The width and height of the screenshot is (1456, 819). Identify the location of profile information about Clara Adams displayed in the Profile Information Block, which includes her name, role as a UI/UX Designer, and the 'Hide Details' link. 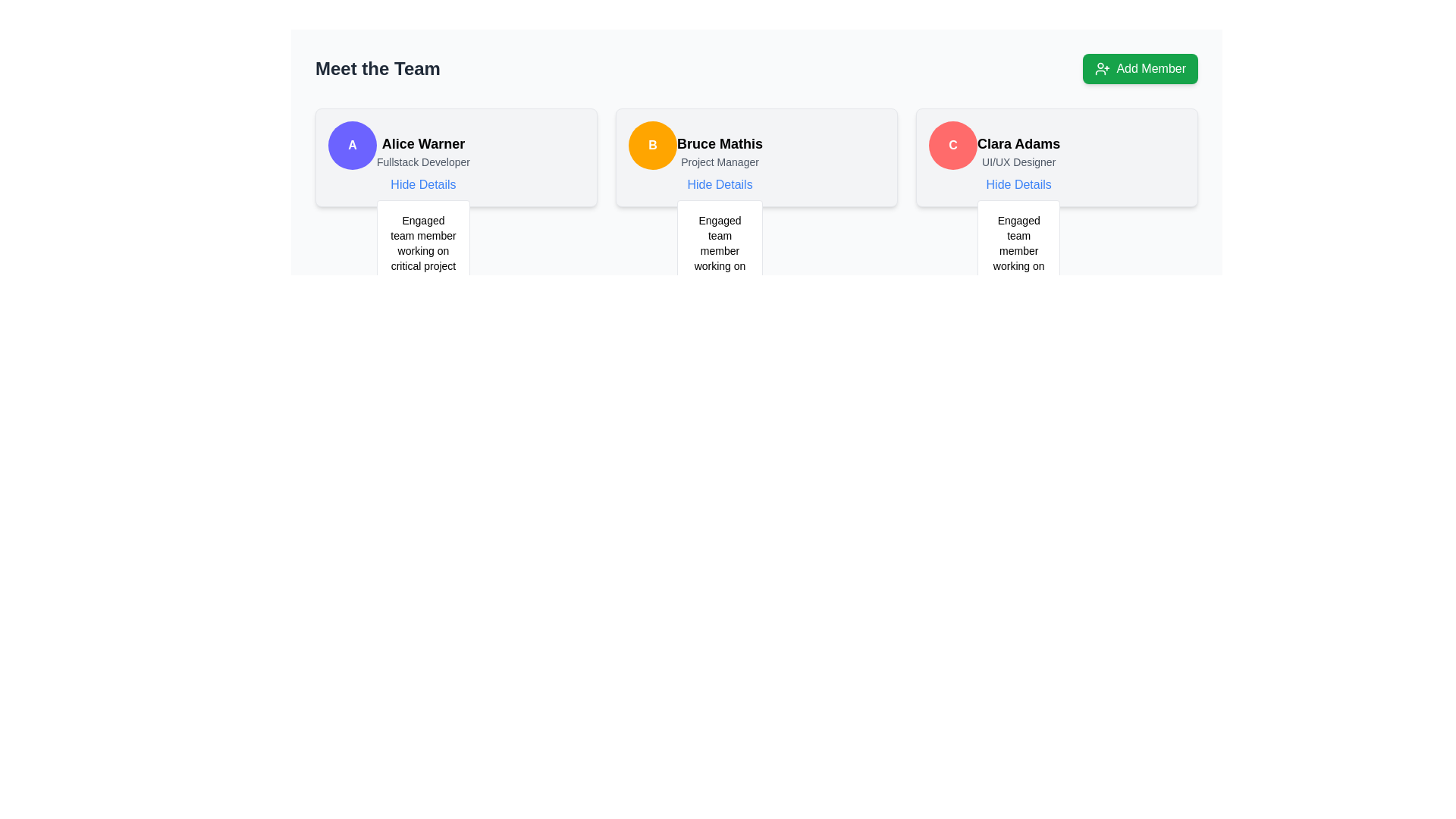
(1018, 164).